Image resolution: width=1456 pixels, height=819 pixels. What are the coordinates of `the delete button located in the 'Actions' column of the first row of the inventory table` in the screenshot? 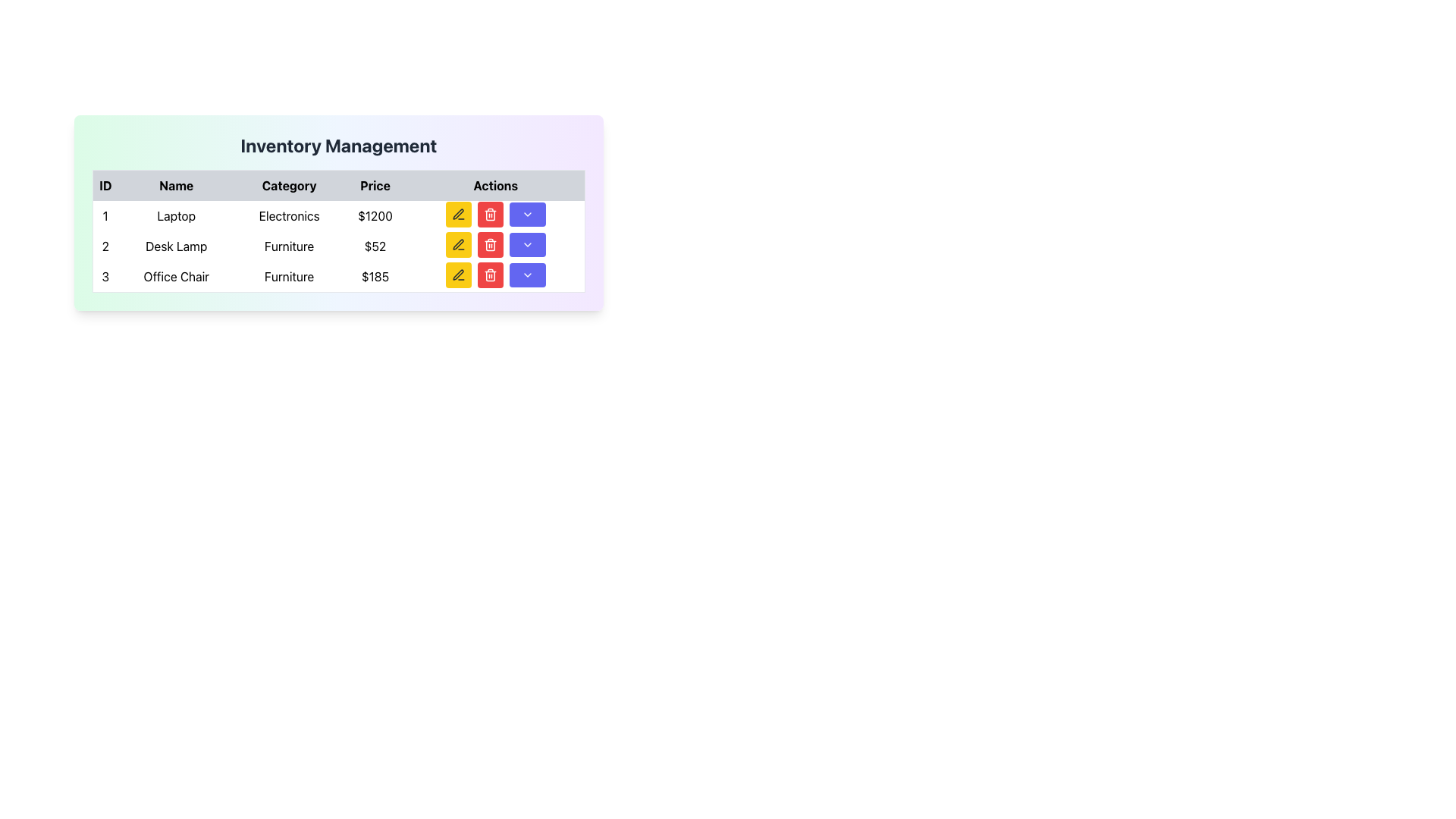 It's located at (490, 214).